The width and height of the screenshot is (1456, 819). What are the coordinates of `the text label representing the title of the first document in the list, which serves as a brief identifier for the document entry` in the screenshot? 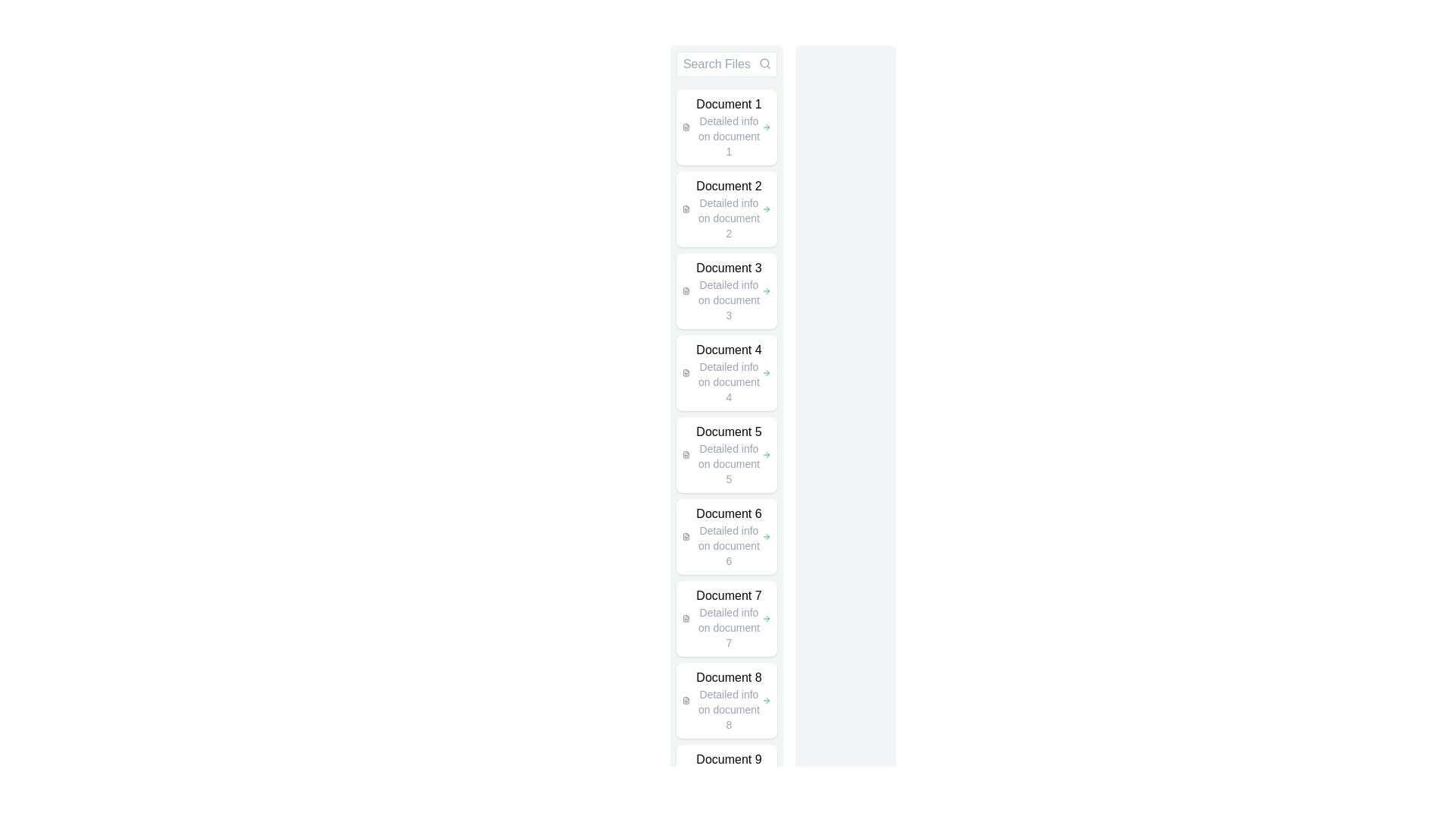 It's located at (729, 104).